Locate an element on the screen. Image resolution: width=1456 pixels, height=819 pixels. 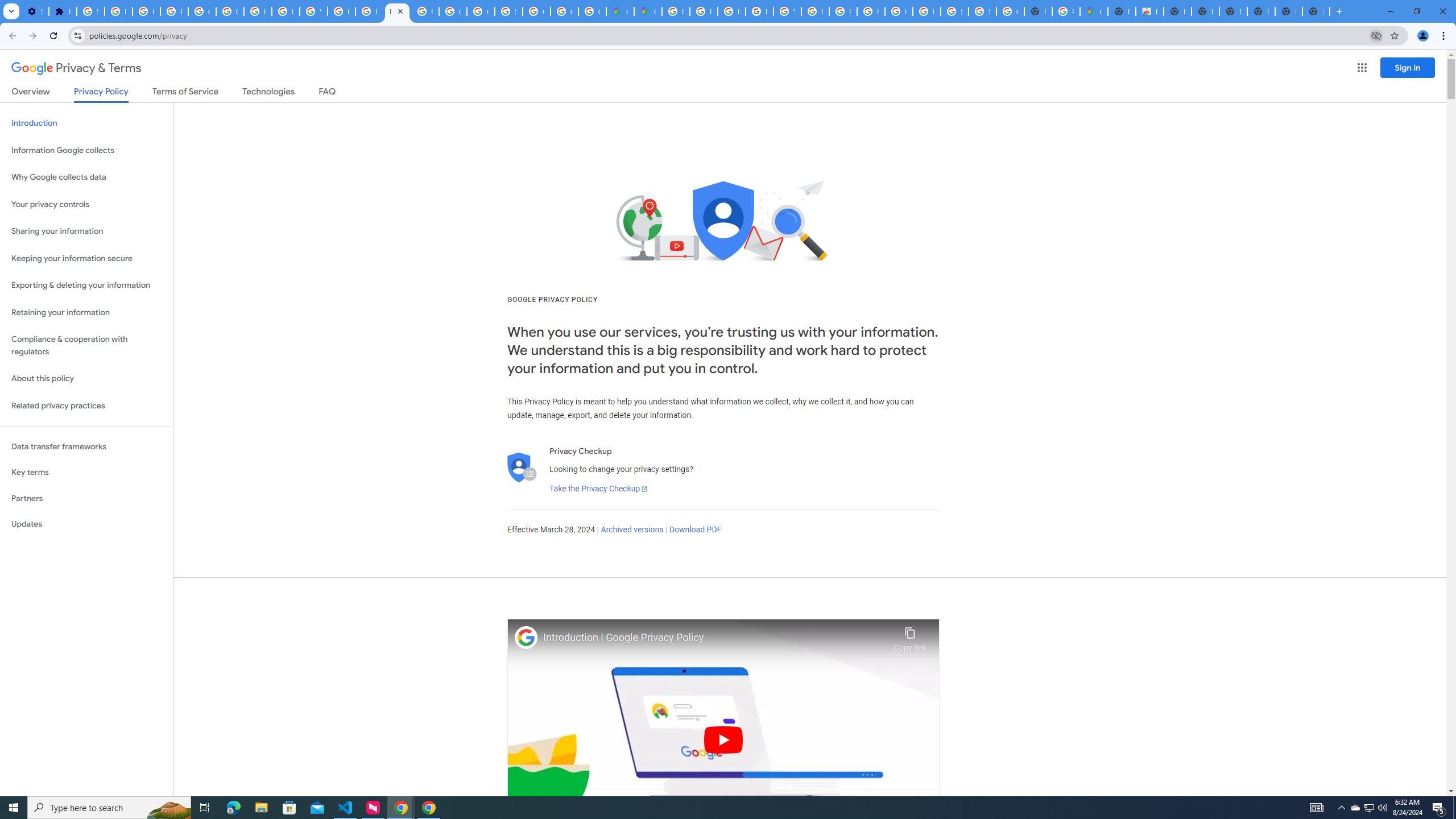
'Compliance & cooperation with regulators' is located at coordinates (86, 346).